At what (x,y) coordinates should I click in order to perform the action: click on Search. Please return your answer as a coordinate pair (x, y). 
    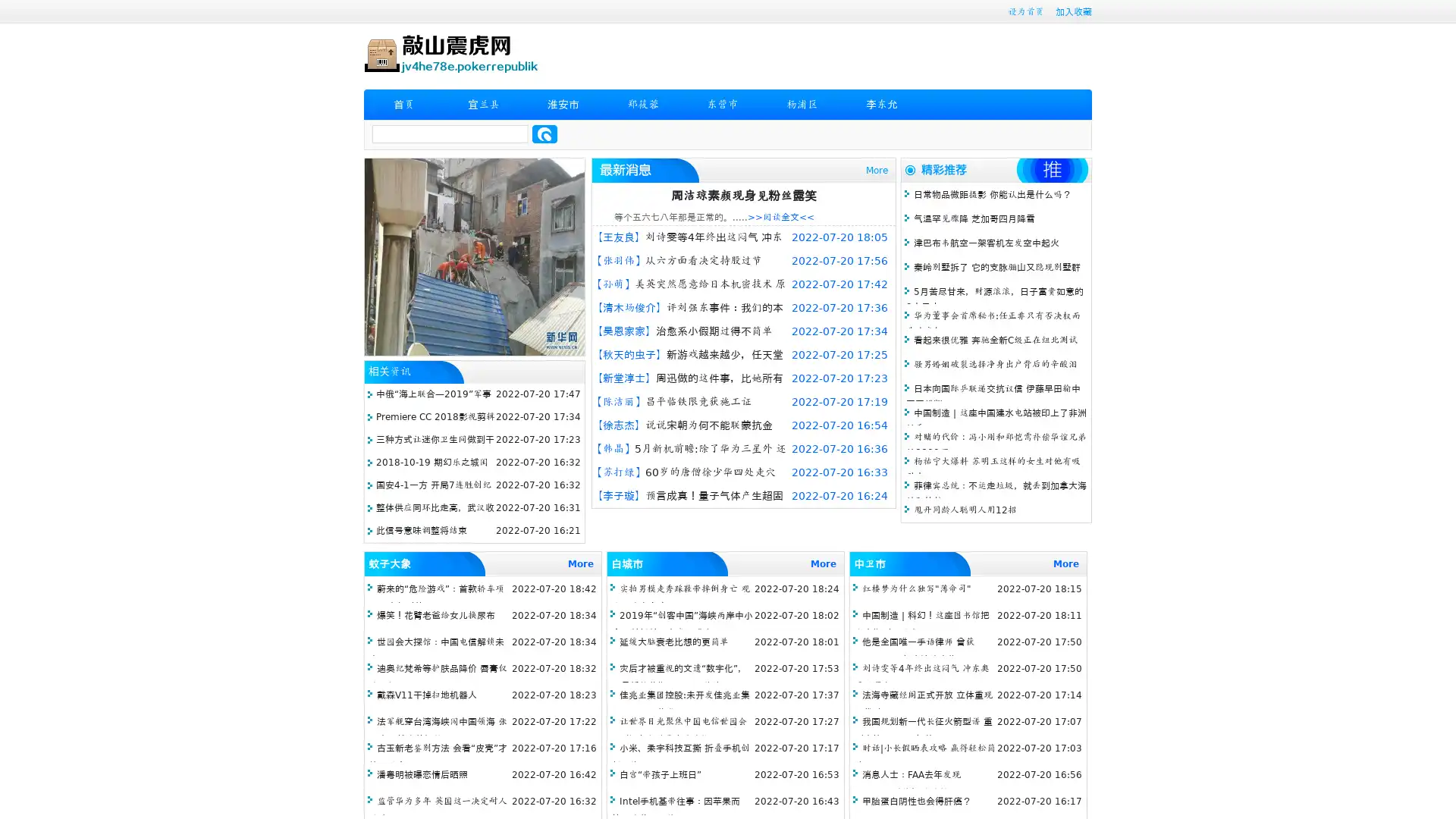
    Looking at the image, I should click on (544, 133).